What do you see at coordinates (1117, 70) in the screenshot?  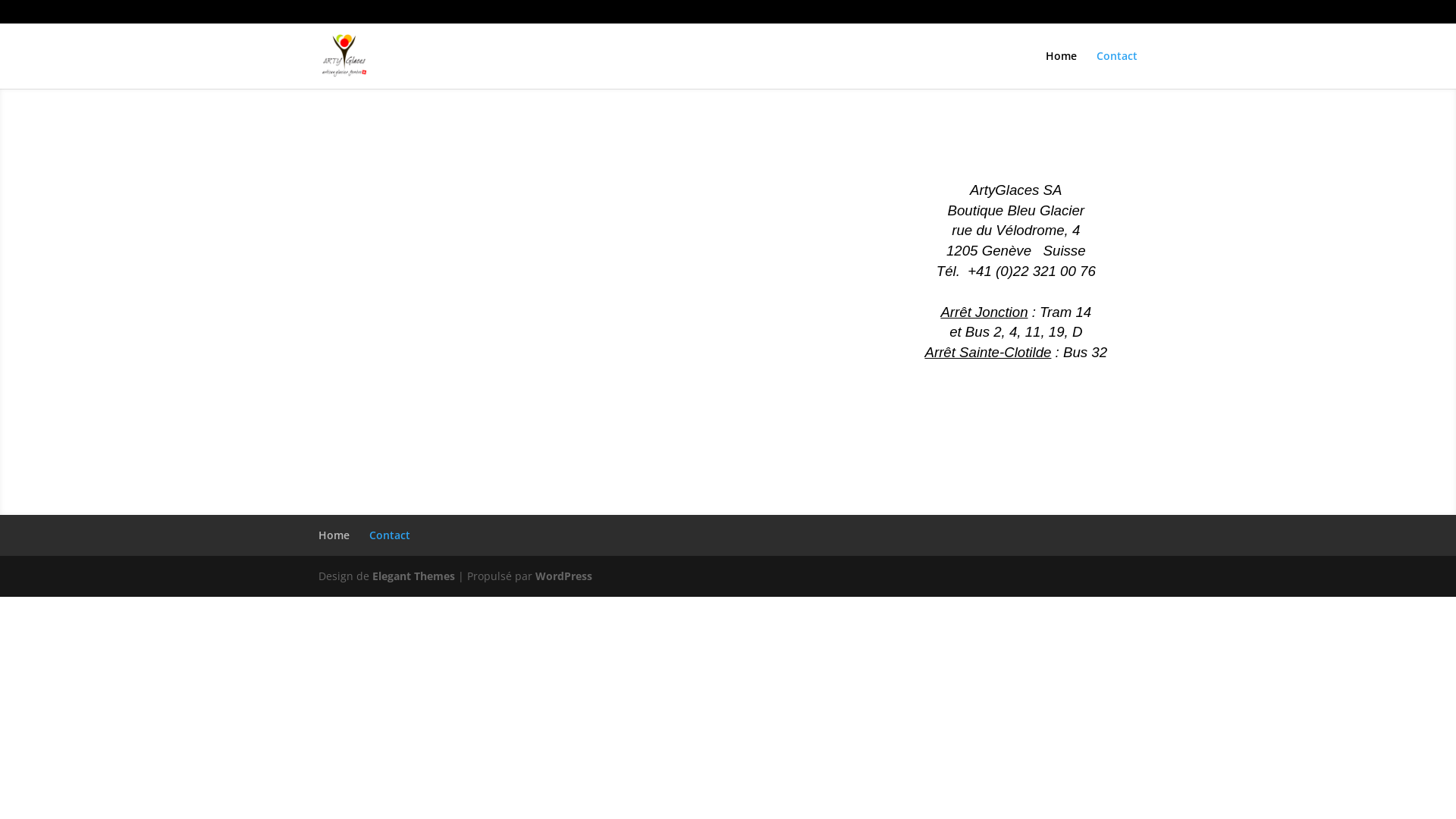 I see `'Contact'` at bounding box center [1117, 70].